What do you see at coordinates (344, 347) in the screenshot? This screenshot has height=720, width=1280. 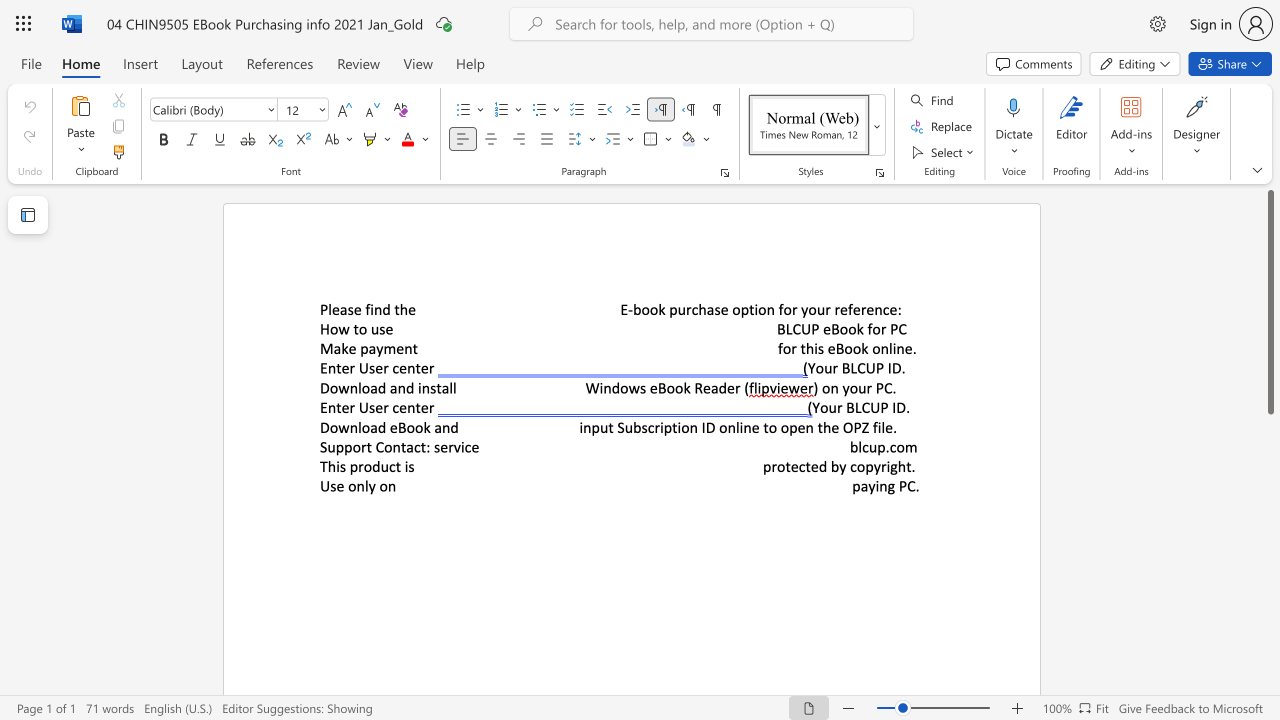 I see `the 1th character "k" in the text` at bounding box center [344, 347].